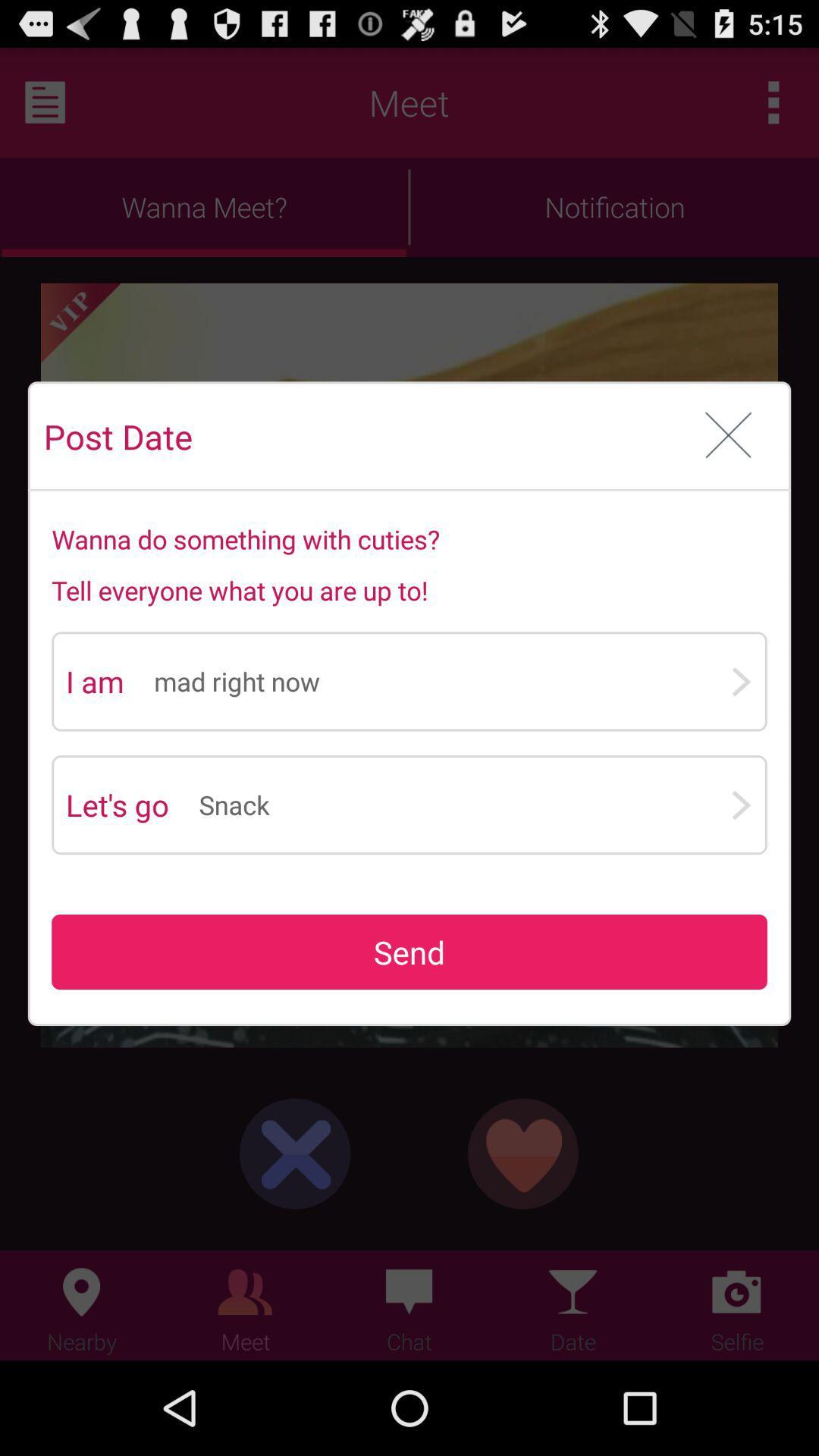 This screenshot has height=1456, width=819. What do you see at coordinates (442, 680) in the screenshot?
I see `the icon below tell everyone what app` at bounding box center [442, 680].